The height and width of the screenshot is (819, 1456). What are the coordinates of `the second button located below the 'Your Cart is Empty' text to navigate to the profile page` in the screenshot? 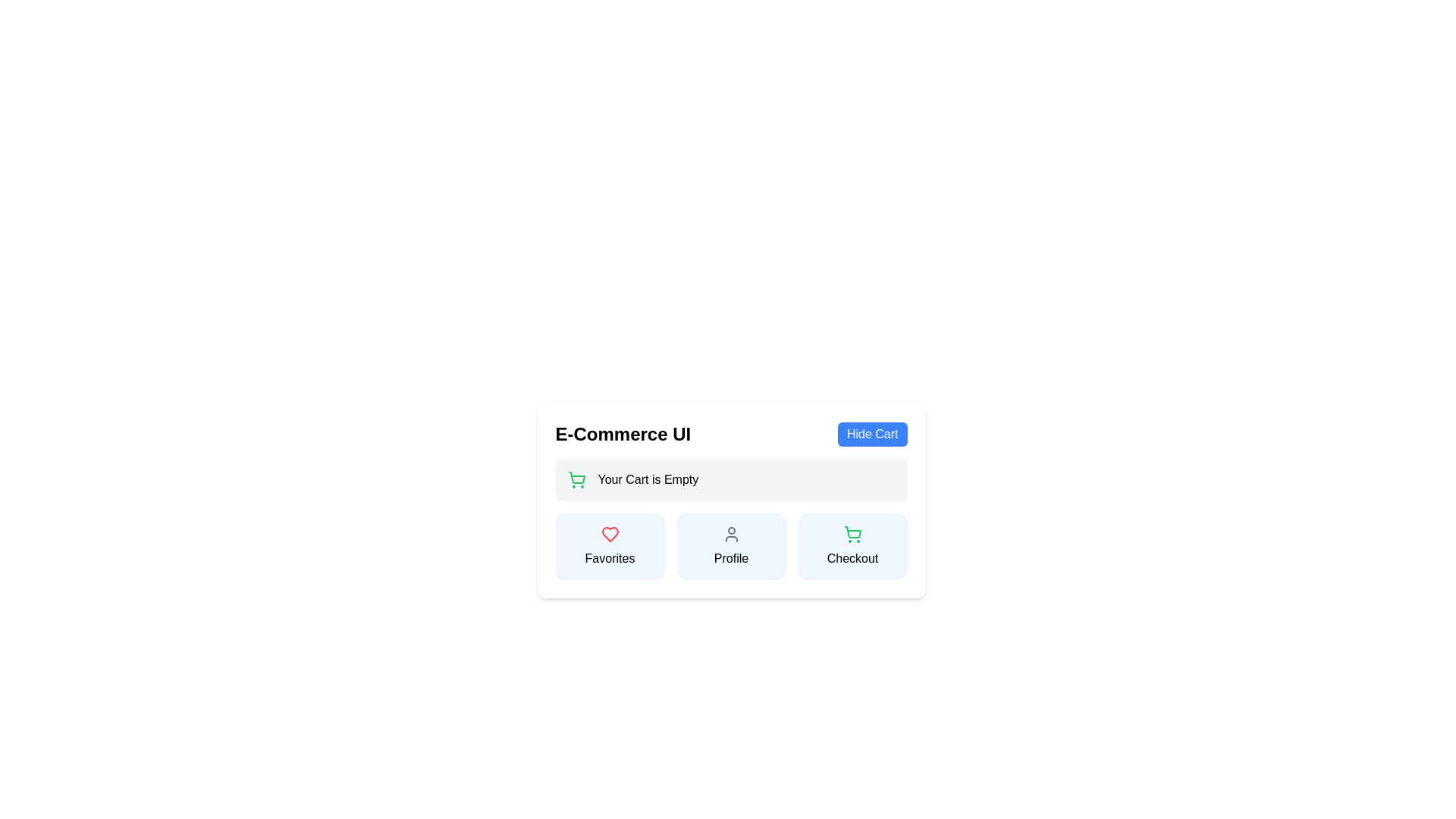 It's located at (731, 519).